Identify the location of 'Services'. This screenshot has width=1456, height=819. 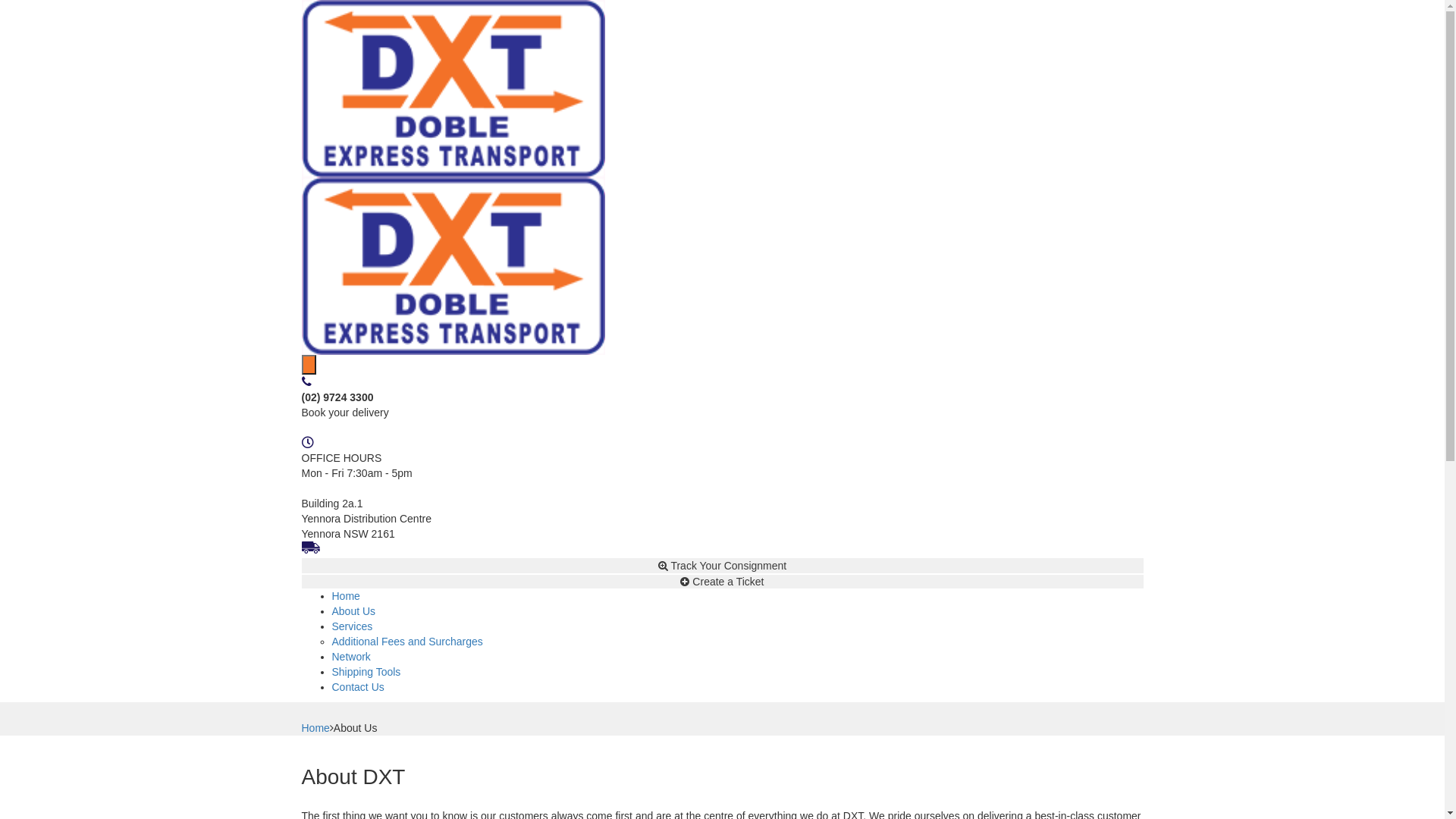
(331, 626).